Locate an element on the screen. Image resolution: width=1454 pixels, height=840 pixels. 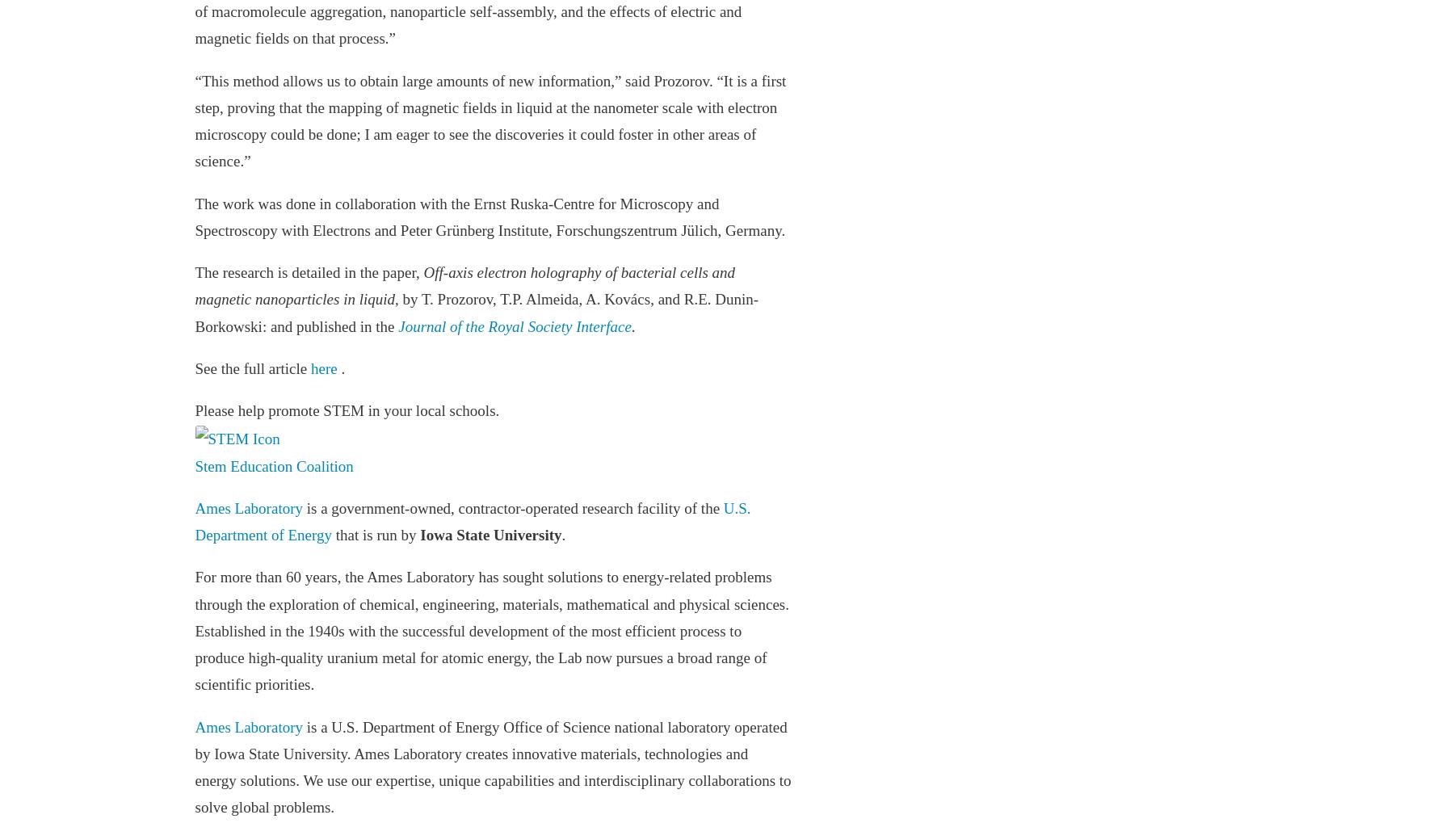
'U.S. Department of Energy' is located at coordinates (473, 520).